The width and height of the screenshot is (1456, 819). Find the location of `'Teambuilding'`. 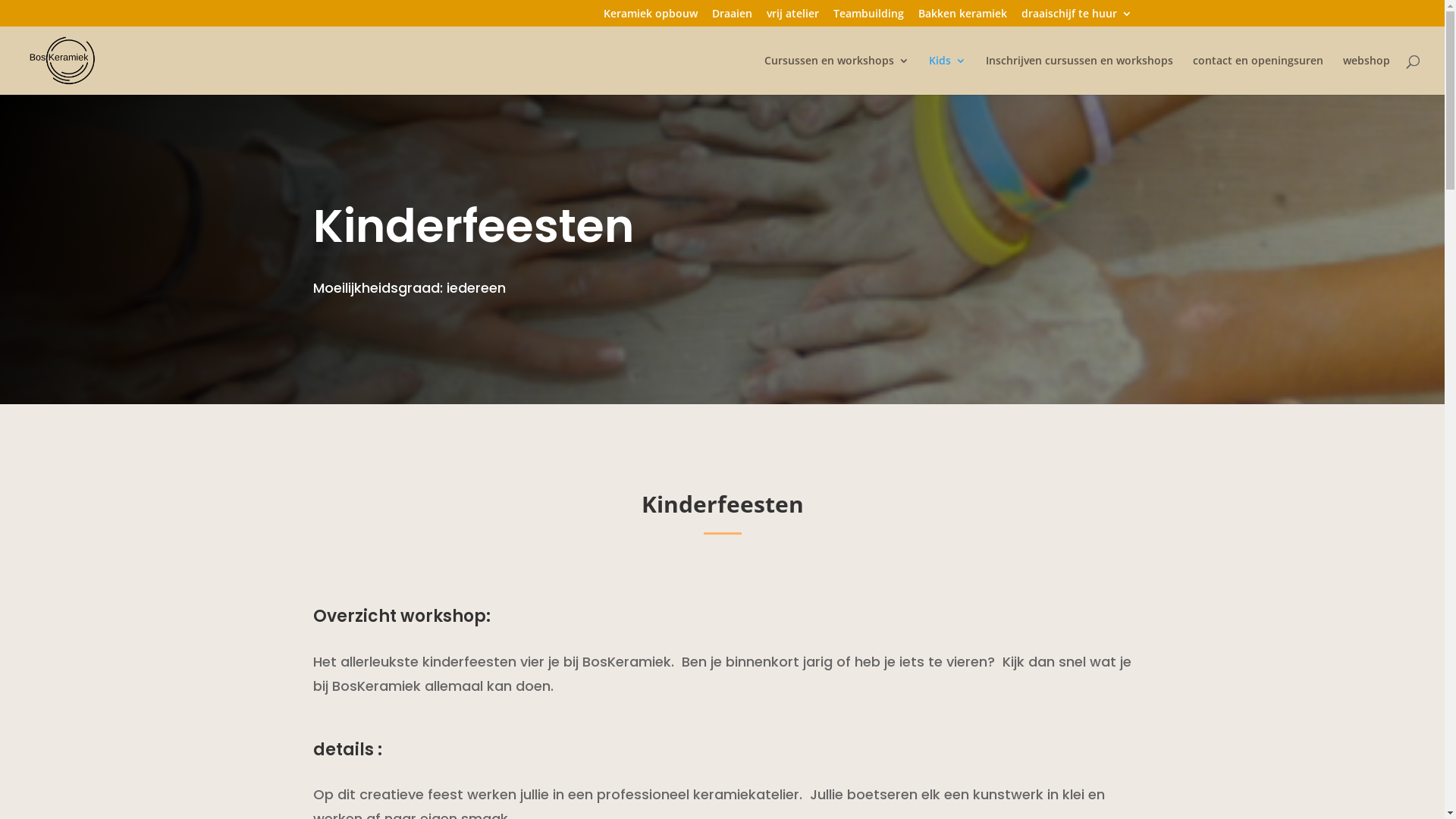

'Teambuilding' is located at coordinates (832, 17).